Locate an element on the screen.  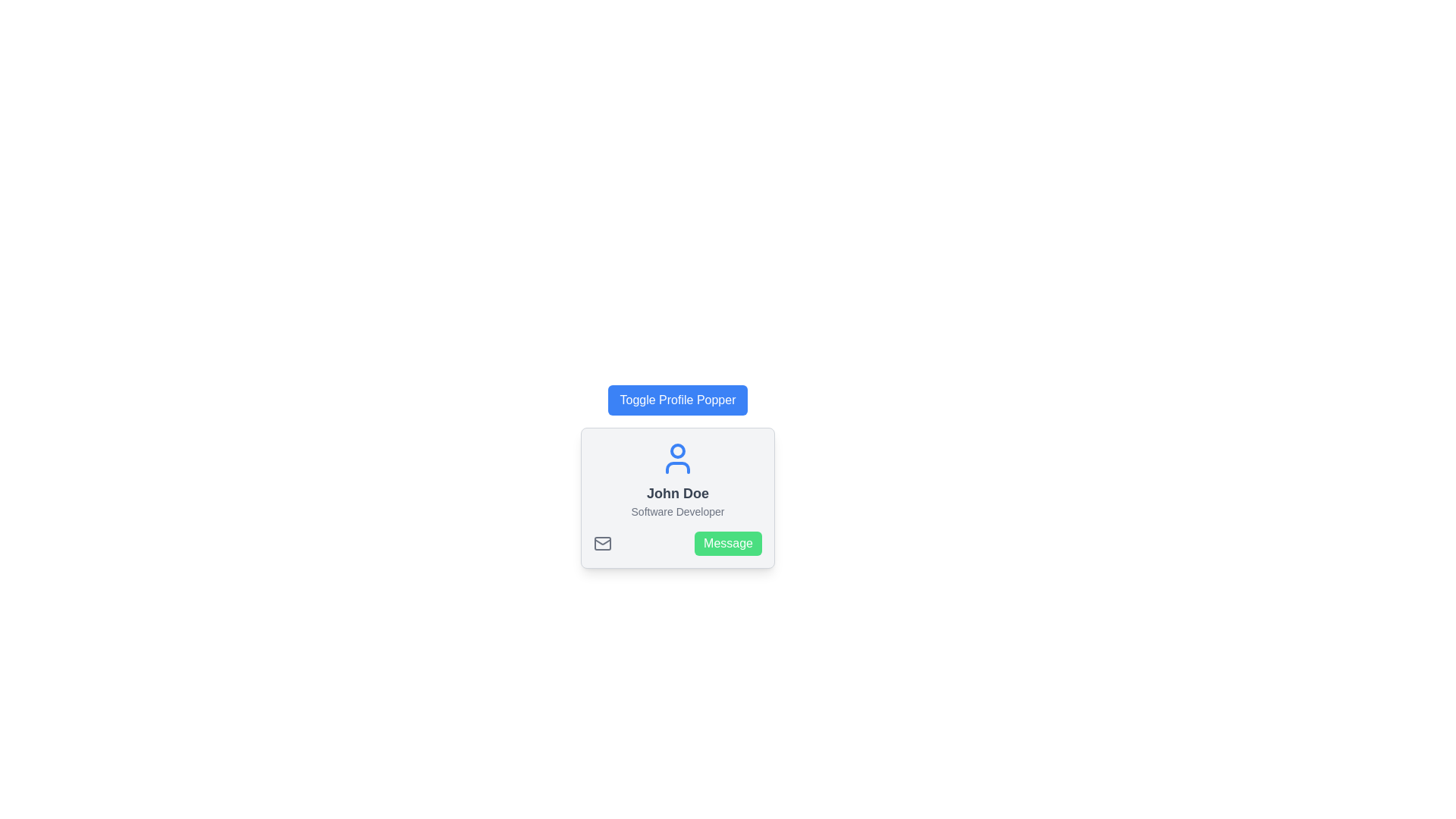
the status indicator of the contact interface located at the bottom of John Doe's profile card to identify its purpose is located at coordinates (676, 543).